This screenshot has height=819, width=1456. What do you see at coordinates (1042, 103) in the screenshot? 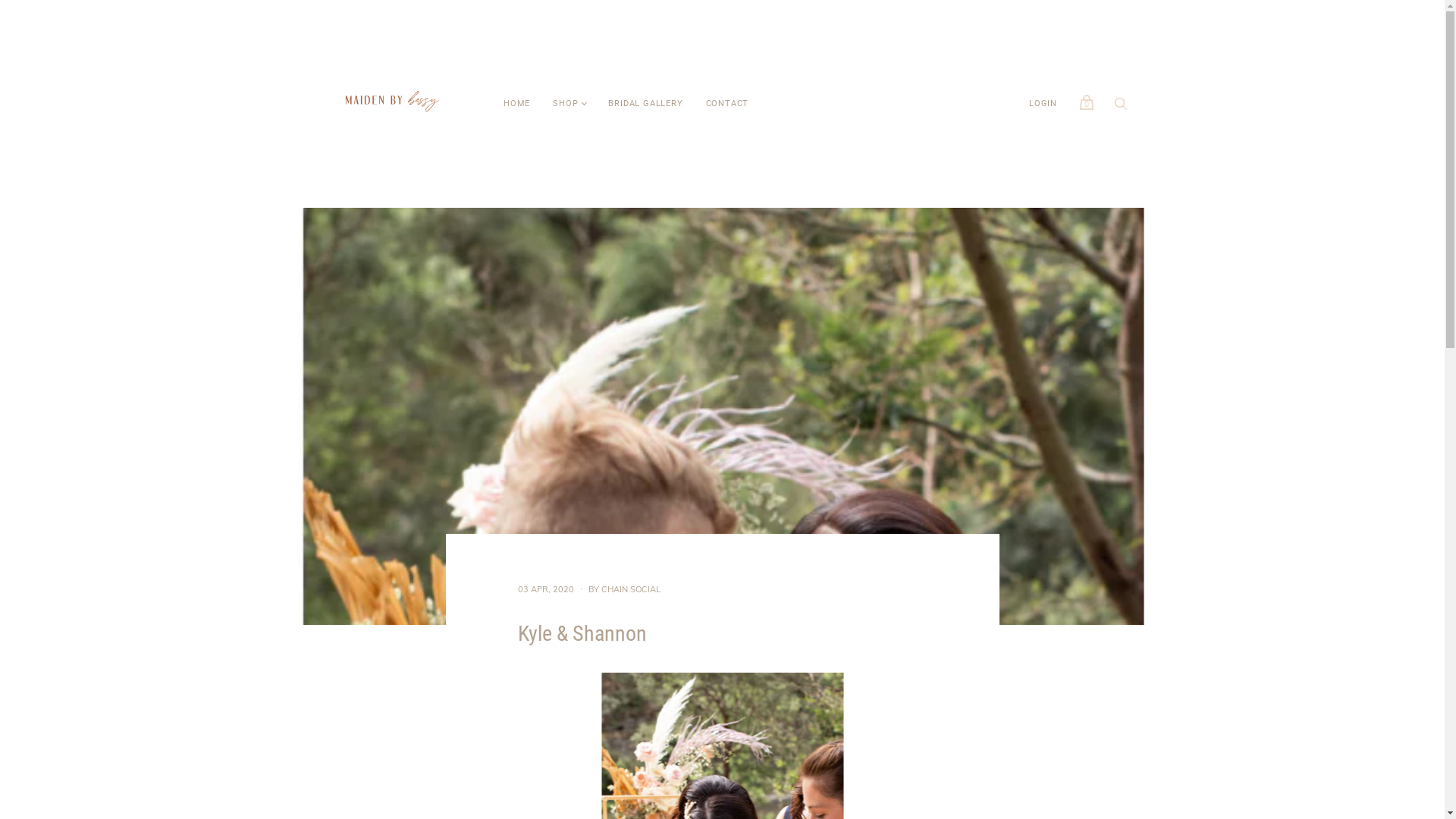
I see `'LOGIN'` at bounding box center [1042, 103].